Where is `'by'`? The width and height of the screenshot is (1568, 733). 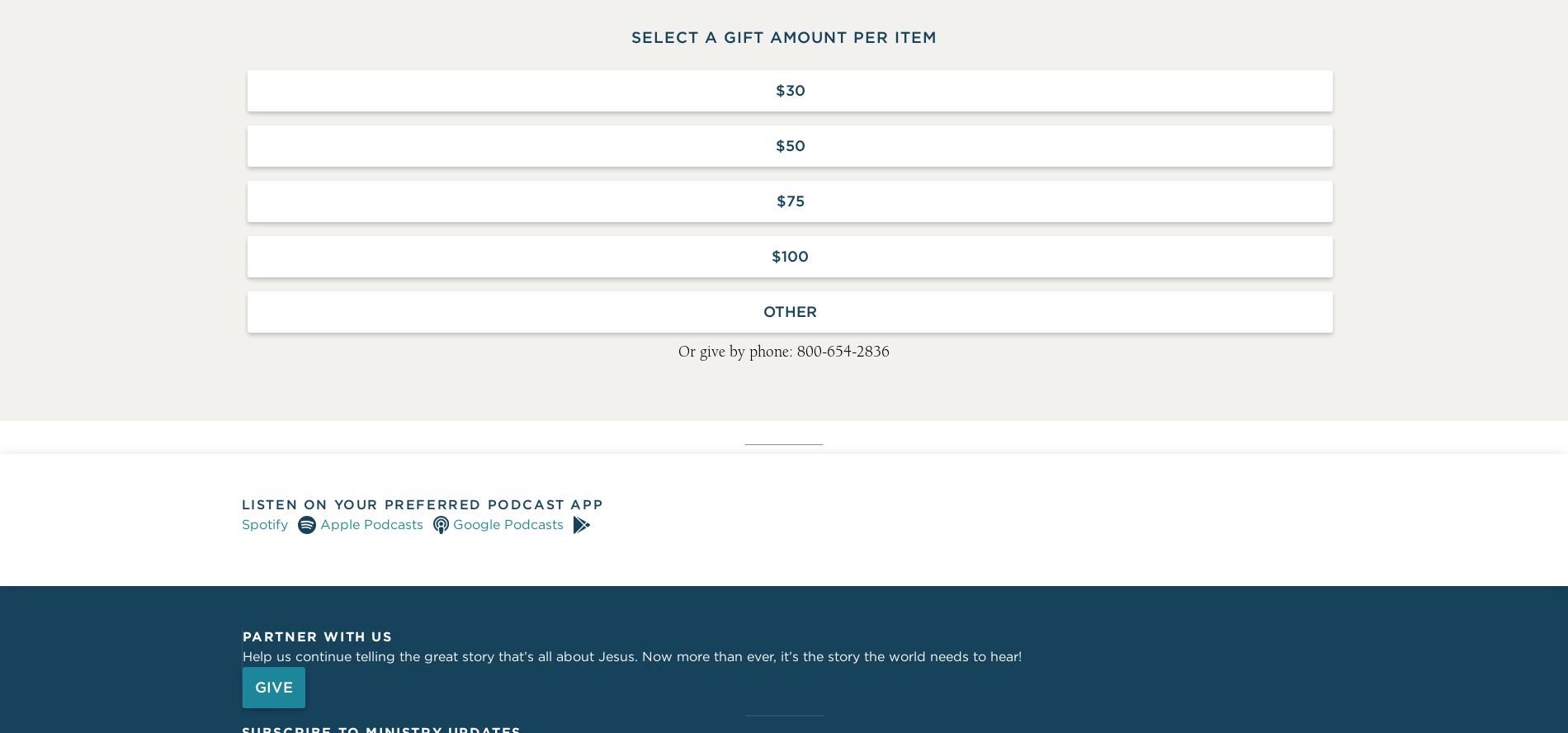
'by' is located at coordinates (876, 385).